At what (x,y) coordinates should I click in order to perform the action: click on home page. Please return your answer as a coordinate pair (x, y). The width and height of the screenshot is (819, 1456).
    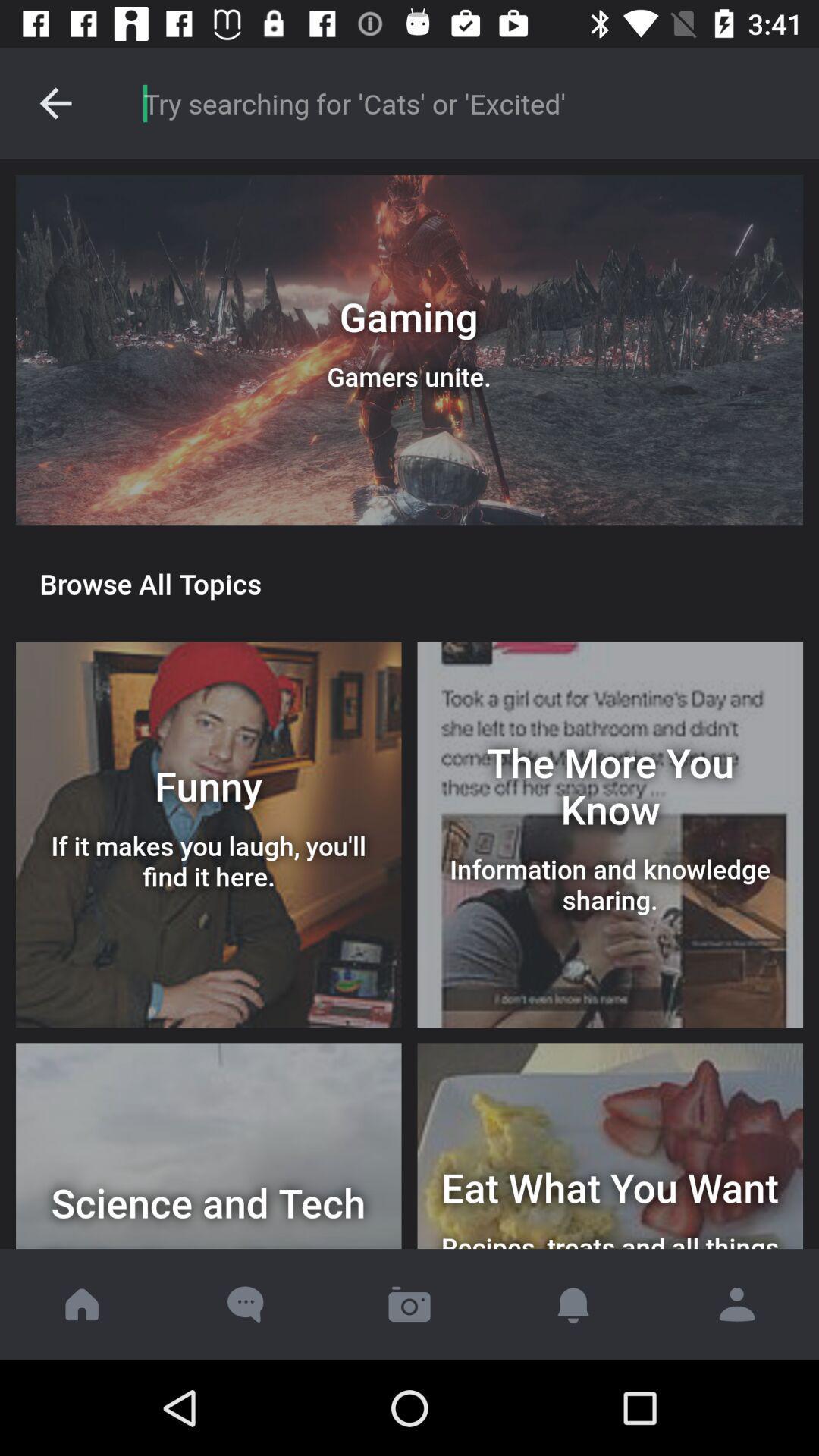
    Looking at the image, I should click on (82, 1304).